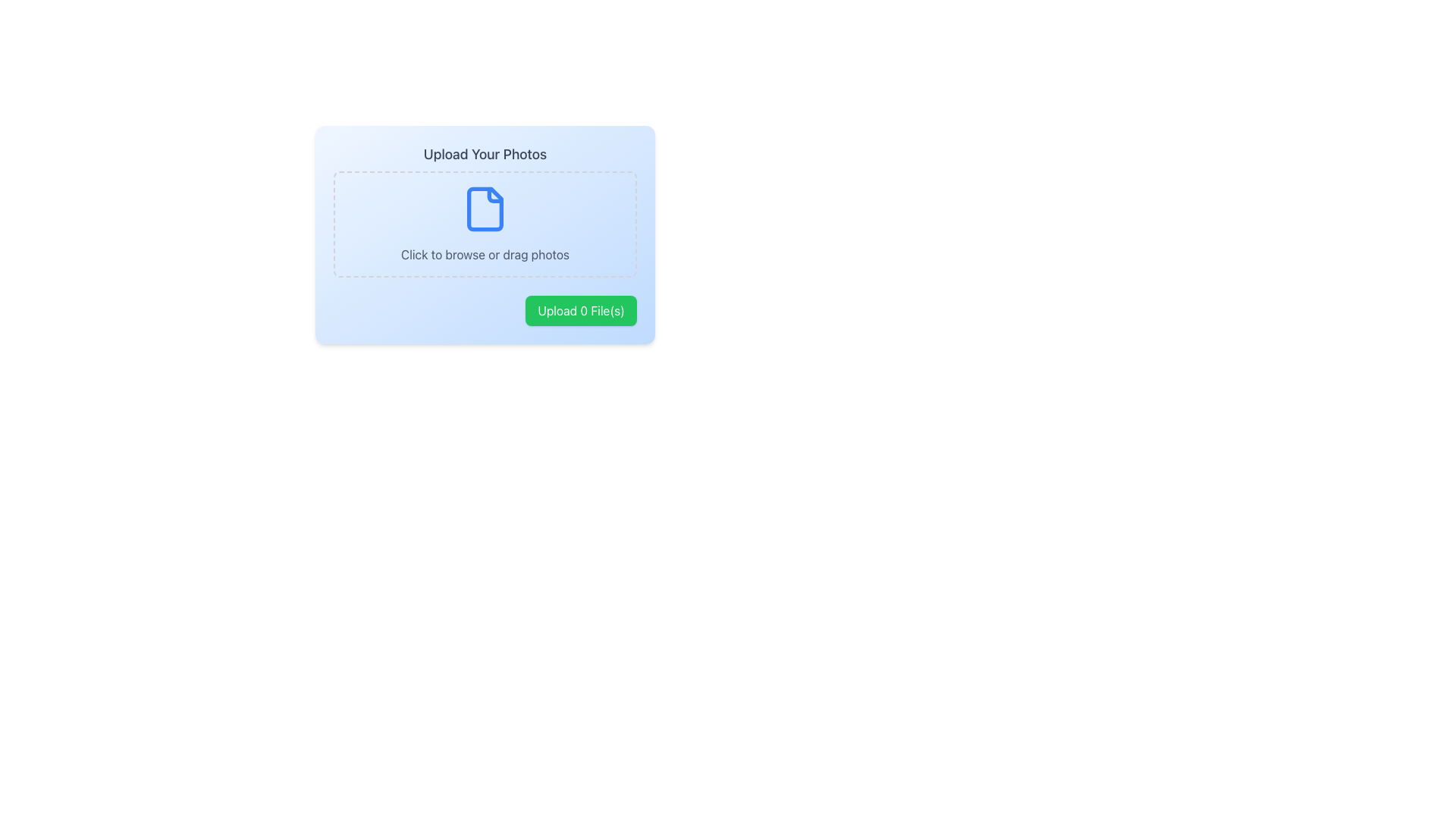  Describe the element at coordinates (484, 224) in the screenshot. I see `the instructional text with an icon for file upload` at that location.